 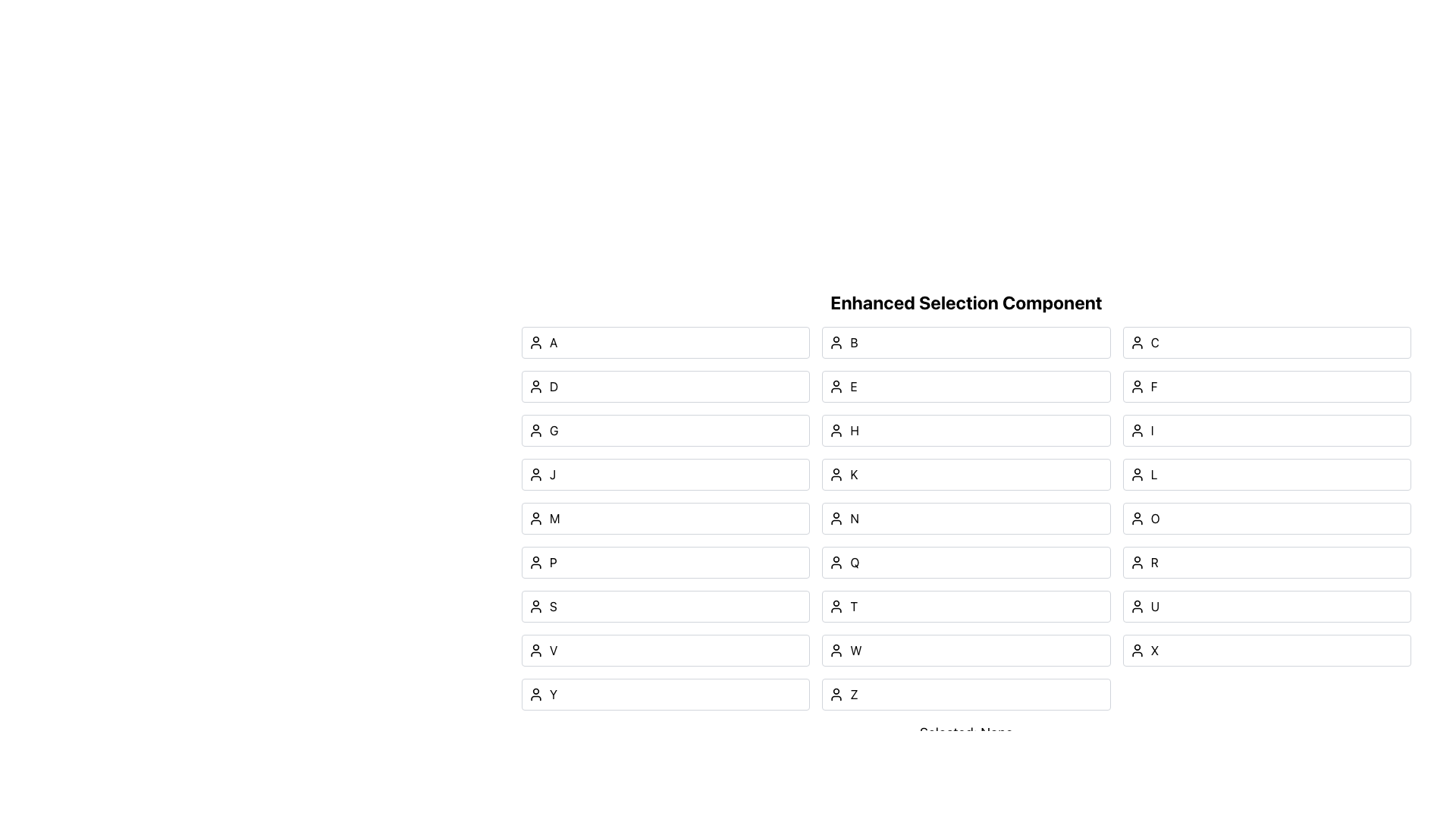 What do you see at coordinates (1266, 562) in the screenshot?
I see `the button representing the letter 'R' located` at bounding box center [1266, 562].